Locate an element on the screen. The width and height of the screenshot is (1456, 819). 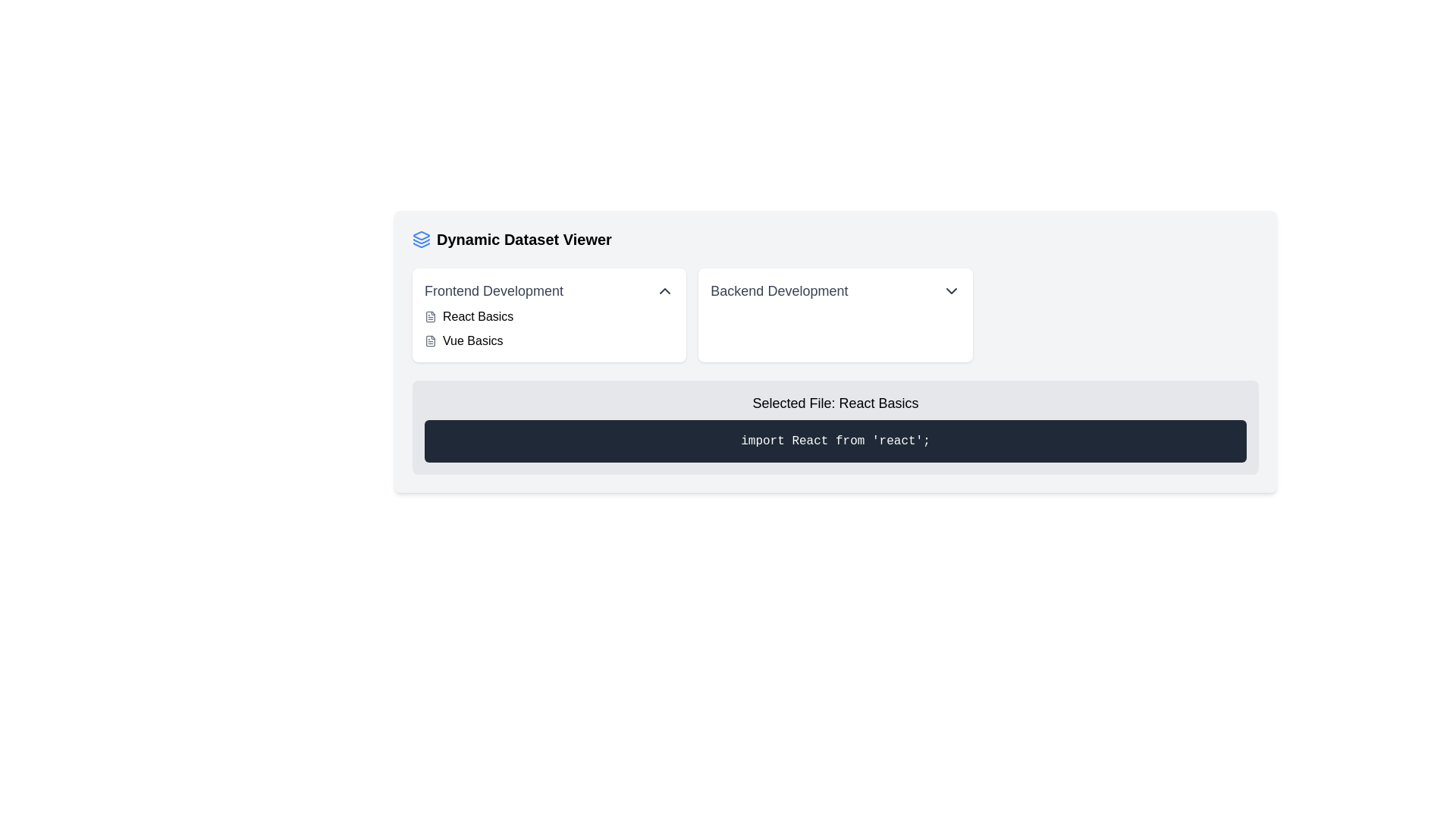
the blue layered icon element located to the left of the text 'Dynamic Dataset Viewer' in the header section is located at coordinates (422, 239).